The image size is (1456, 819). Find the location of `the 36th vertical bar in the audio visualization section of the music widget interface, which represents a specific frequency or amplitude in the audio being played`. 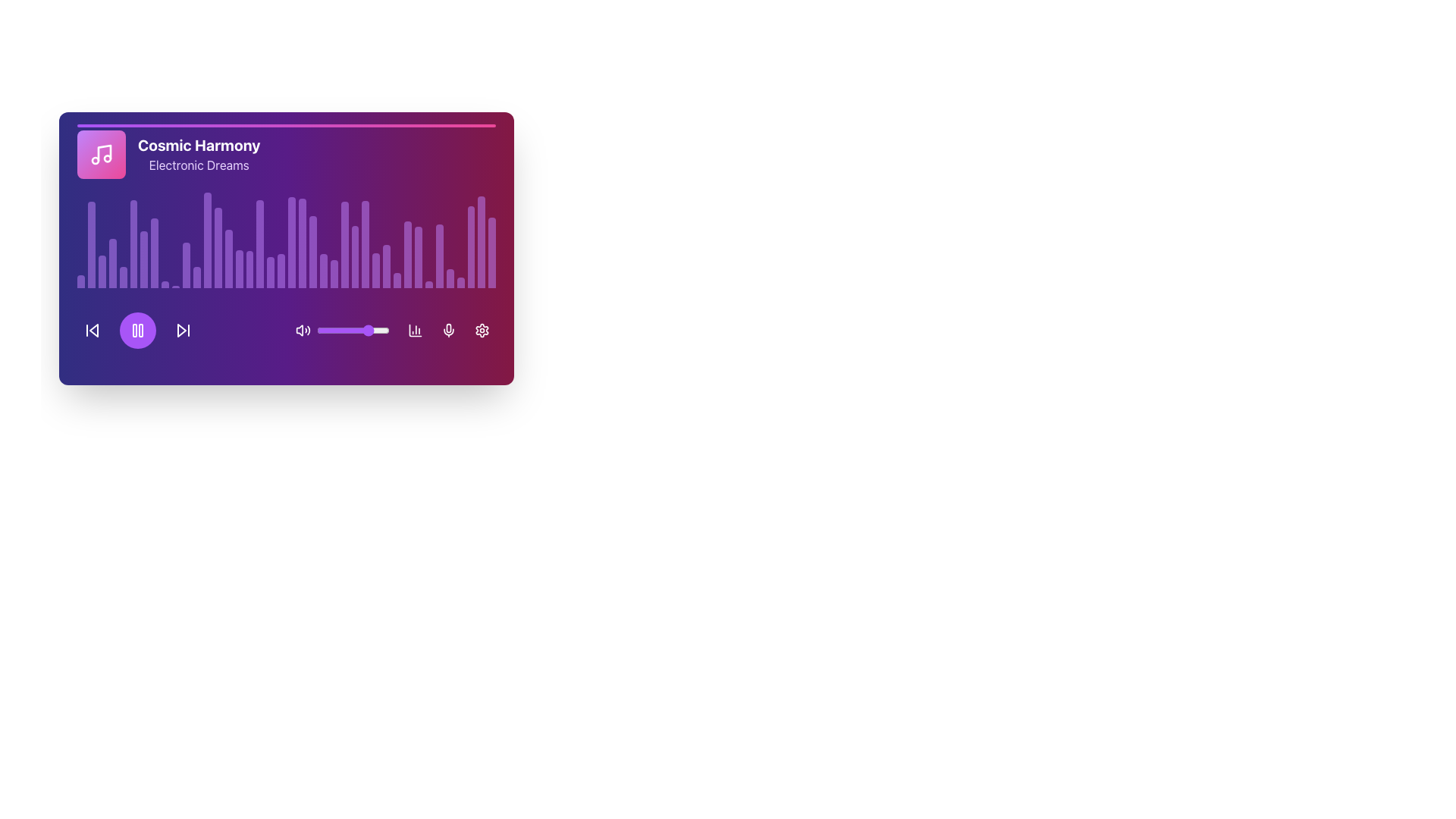

the 36th vertical bar in the audio visualization section of the music widget interface, which represents a specific frequency or amplitude in the audio being played is located at coordinates (419, 256).